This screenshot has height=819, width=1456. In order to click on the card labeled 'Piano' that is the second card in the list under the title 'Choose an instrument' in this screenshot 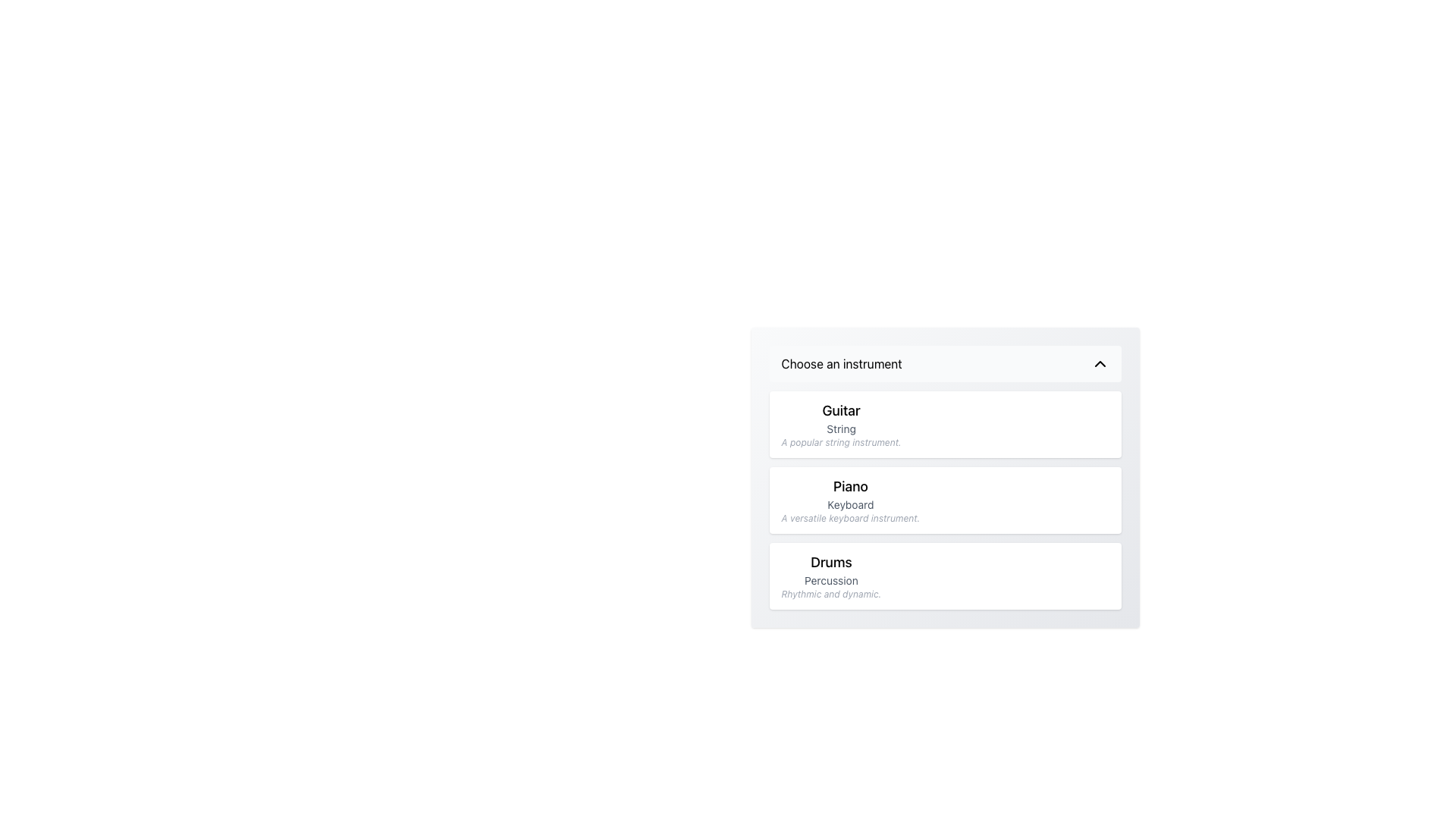, I will do `click(944, 500)`.